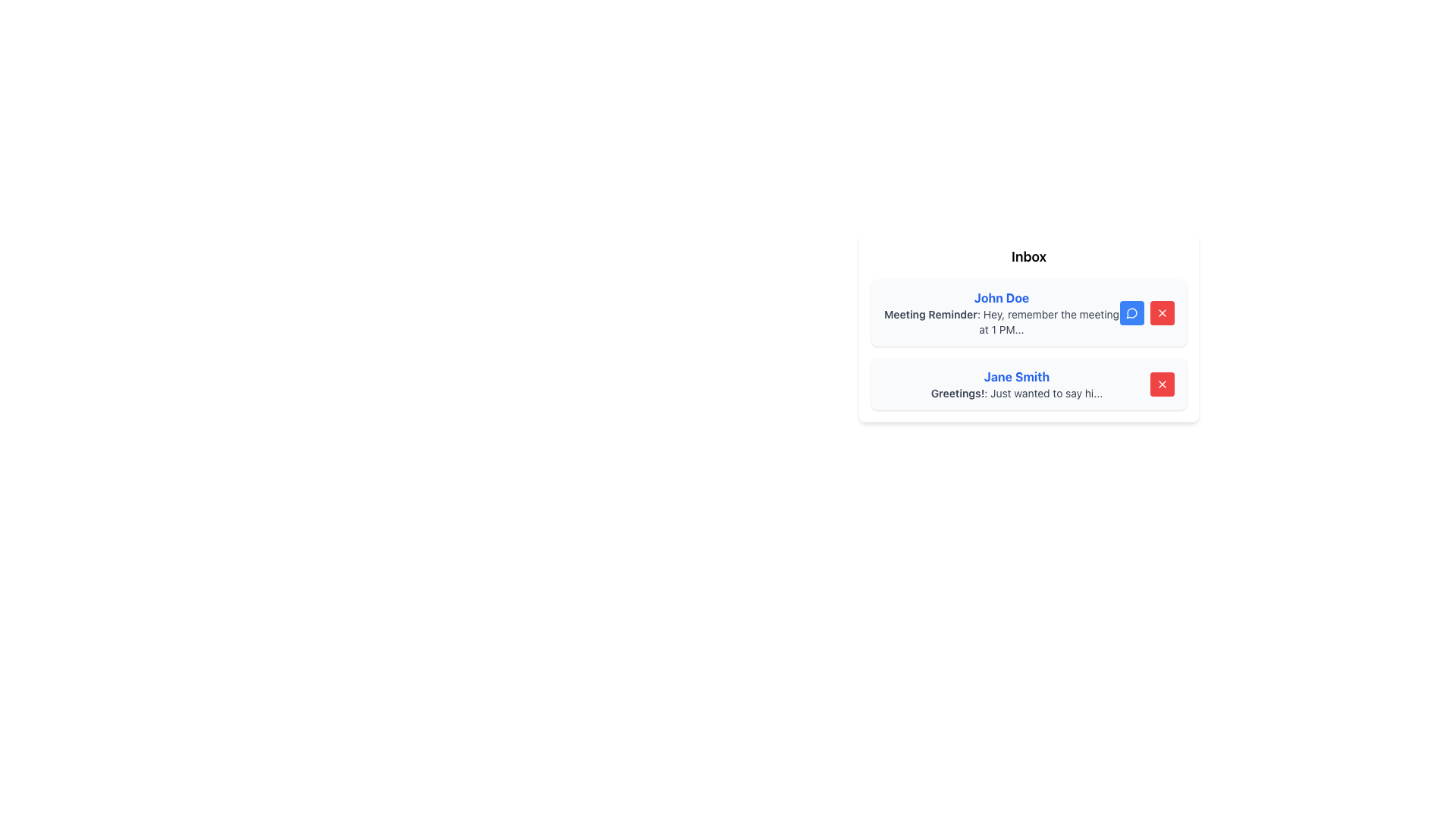 Image resolution: width=1456 pixels, height=819 pixels. I want to click on the 'Inbox' message list element, so click(1029, 327).